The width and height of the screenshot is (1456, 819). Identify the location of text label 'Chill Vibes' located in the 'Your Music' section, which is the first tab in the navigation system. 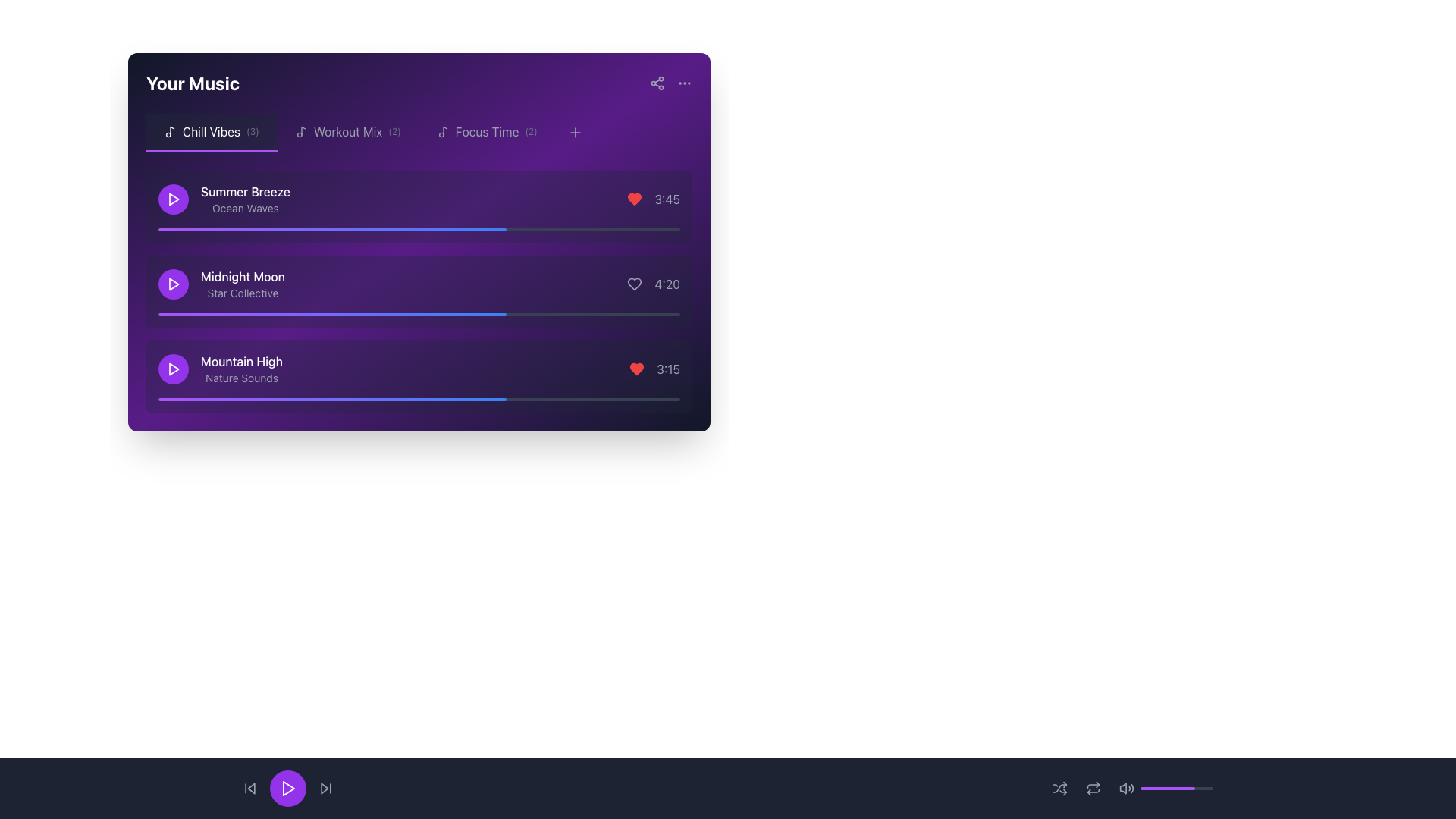
(210, 130).